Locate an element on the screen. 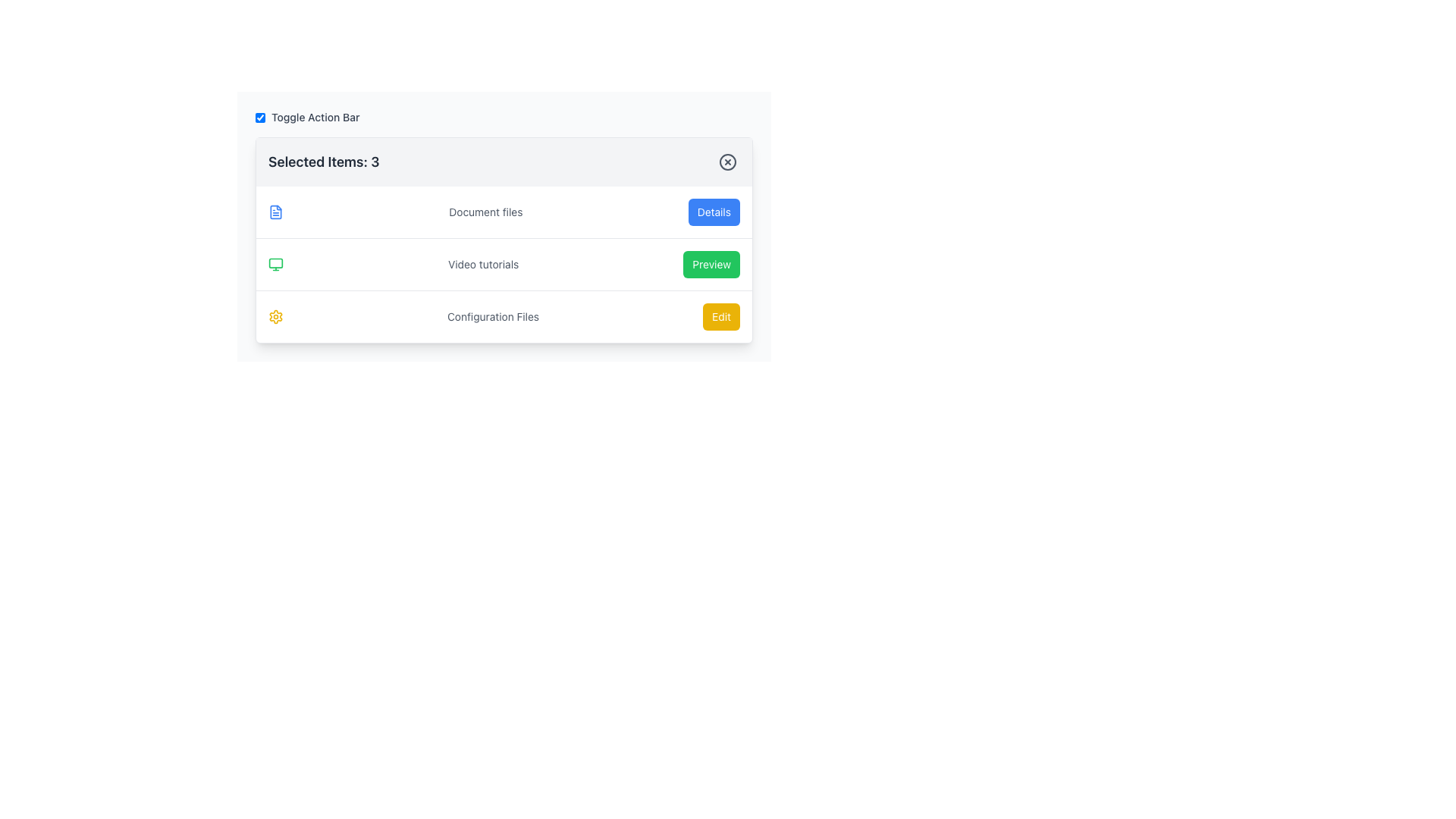 The height and width of the screenshot is (819, 1456). the 'Edit' button, which is a yellow rectangular button with white text and rounded corners, located at the right side of the 'Configuration Files' row is located at coordinates (720, 315).